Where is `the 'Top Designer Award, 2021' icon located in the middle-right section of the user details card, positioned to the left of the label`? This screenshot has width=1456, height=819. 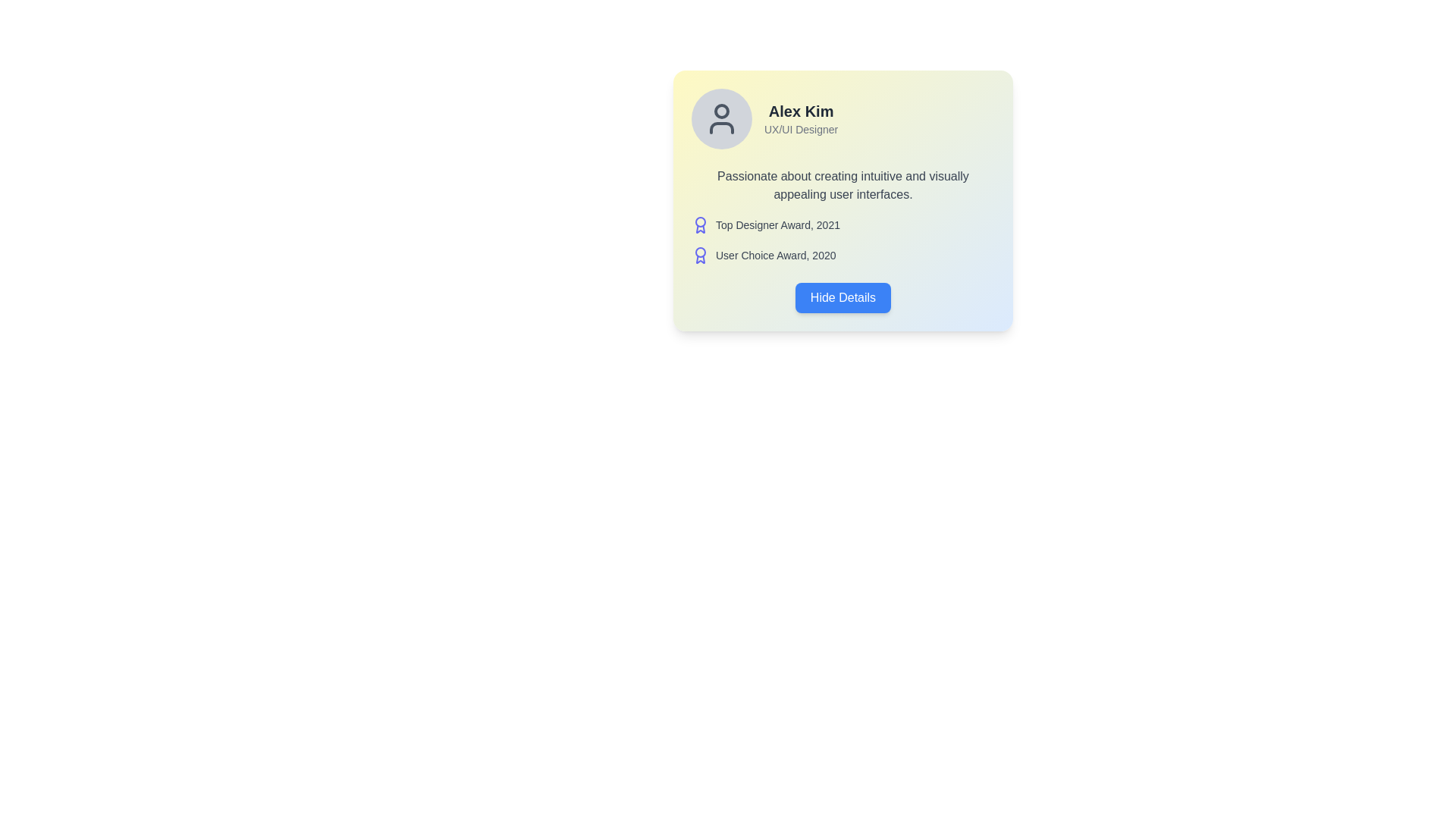 the 'Top Designer Award, 2021' icon located in the middle-right section of the user details card, positioned to the left of the label is located at coordinates (700, 225).